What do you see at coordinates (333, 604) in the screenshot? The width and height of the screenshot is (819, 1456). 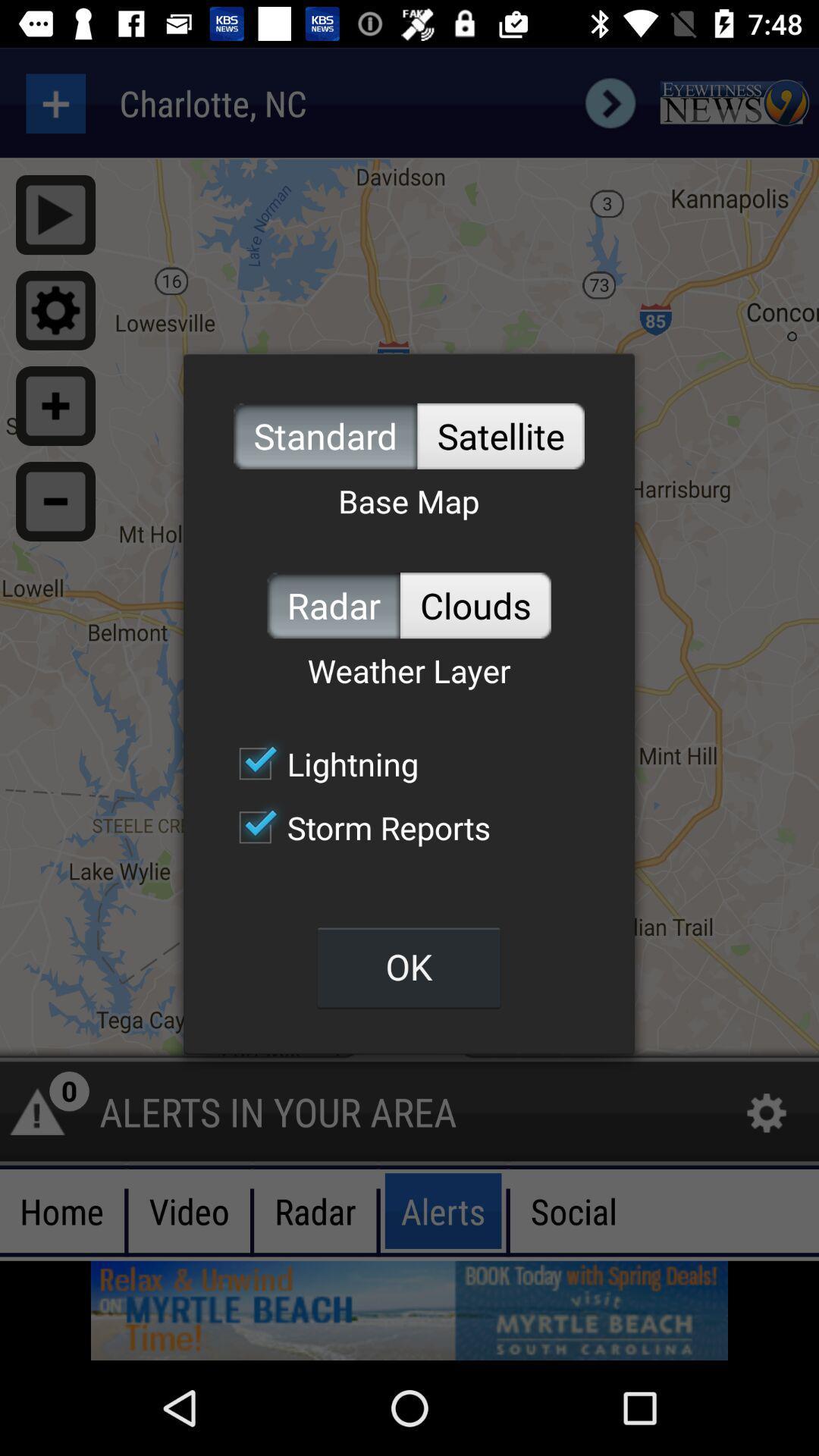 I see `item to the left of clouds` at bounding box center [333, 604].